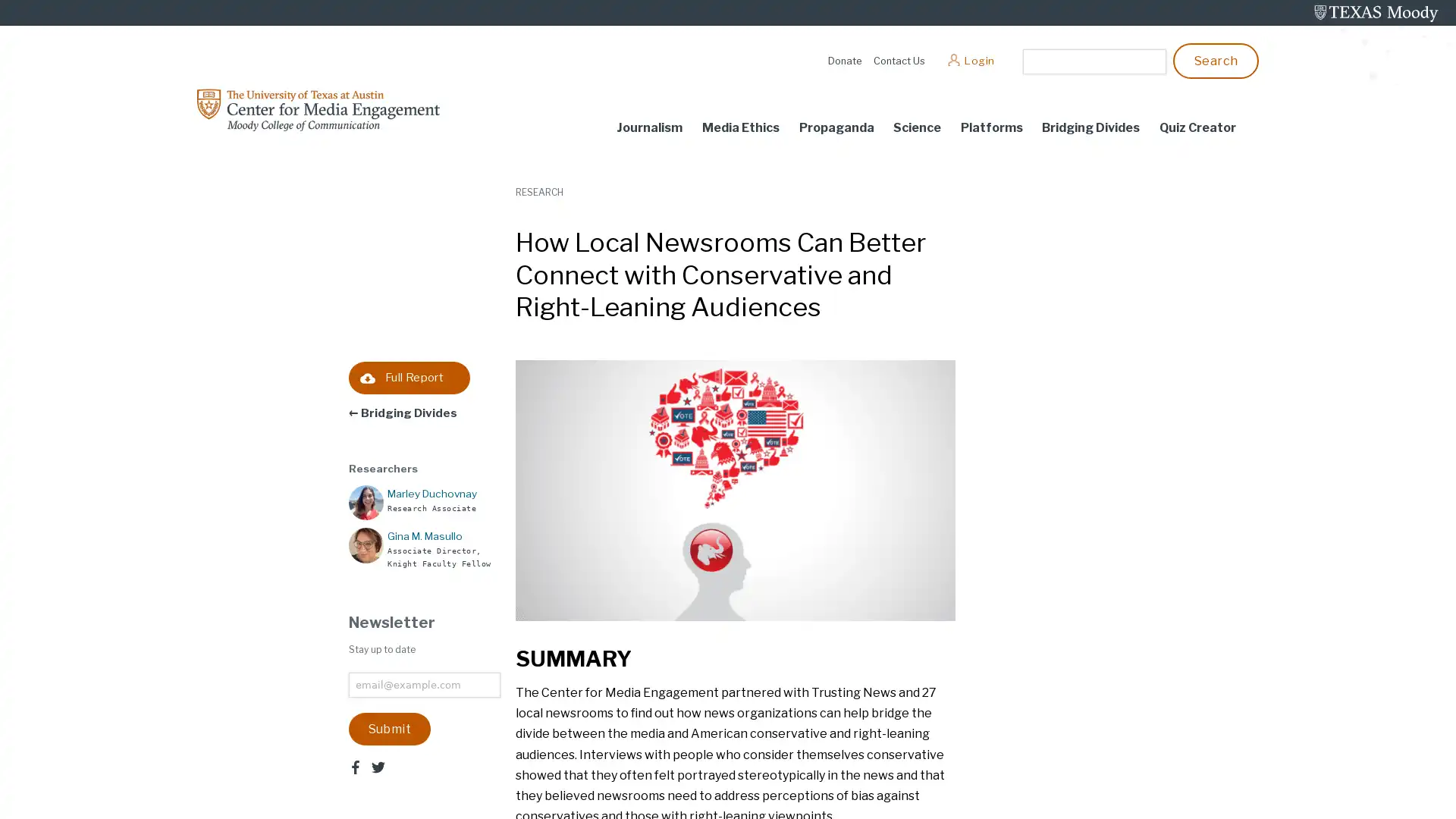  I want to click on Search, so click(1216, 59).